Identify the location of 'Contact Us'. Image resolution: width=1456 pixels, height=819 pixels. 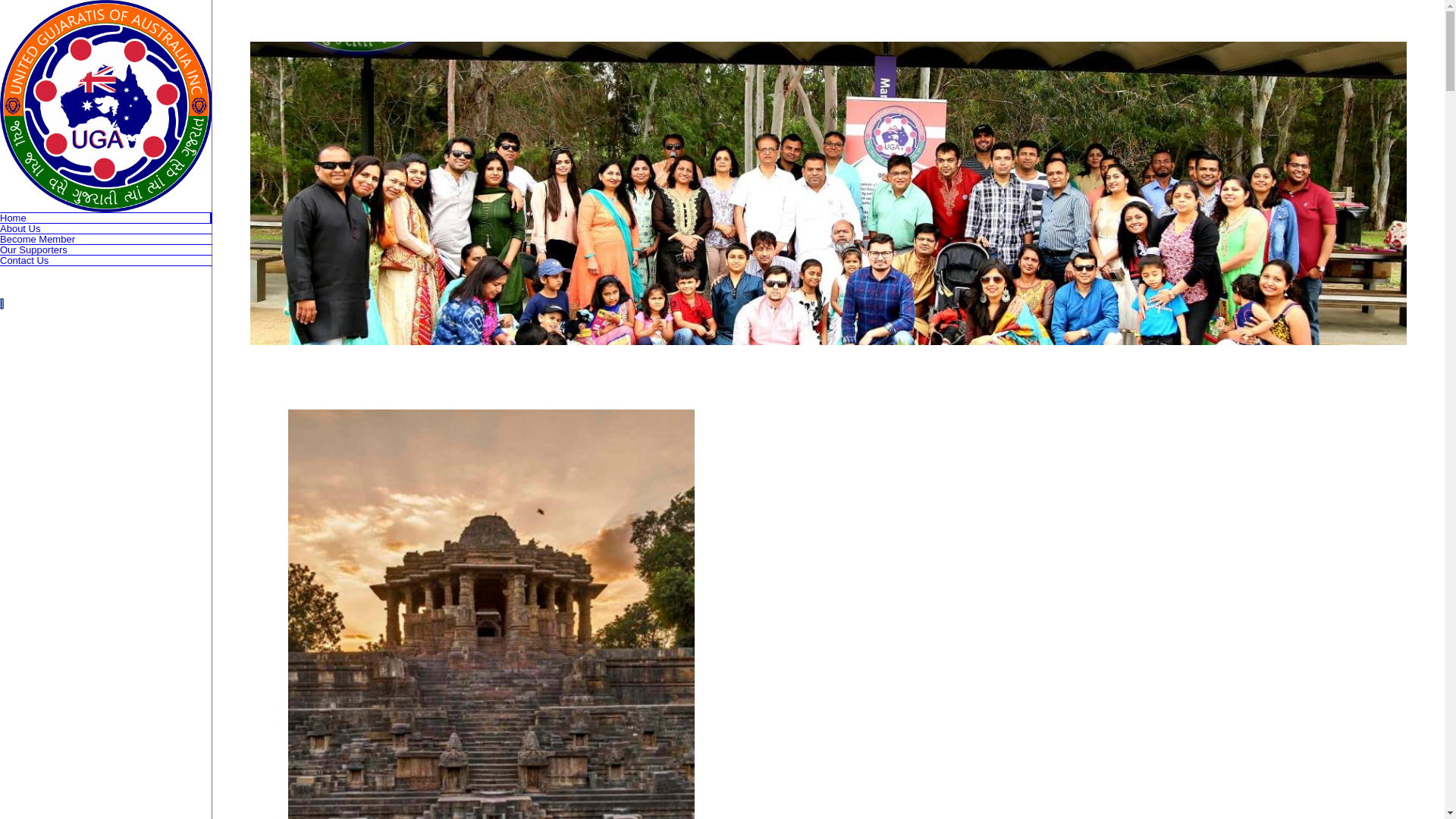
(105, 259).